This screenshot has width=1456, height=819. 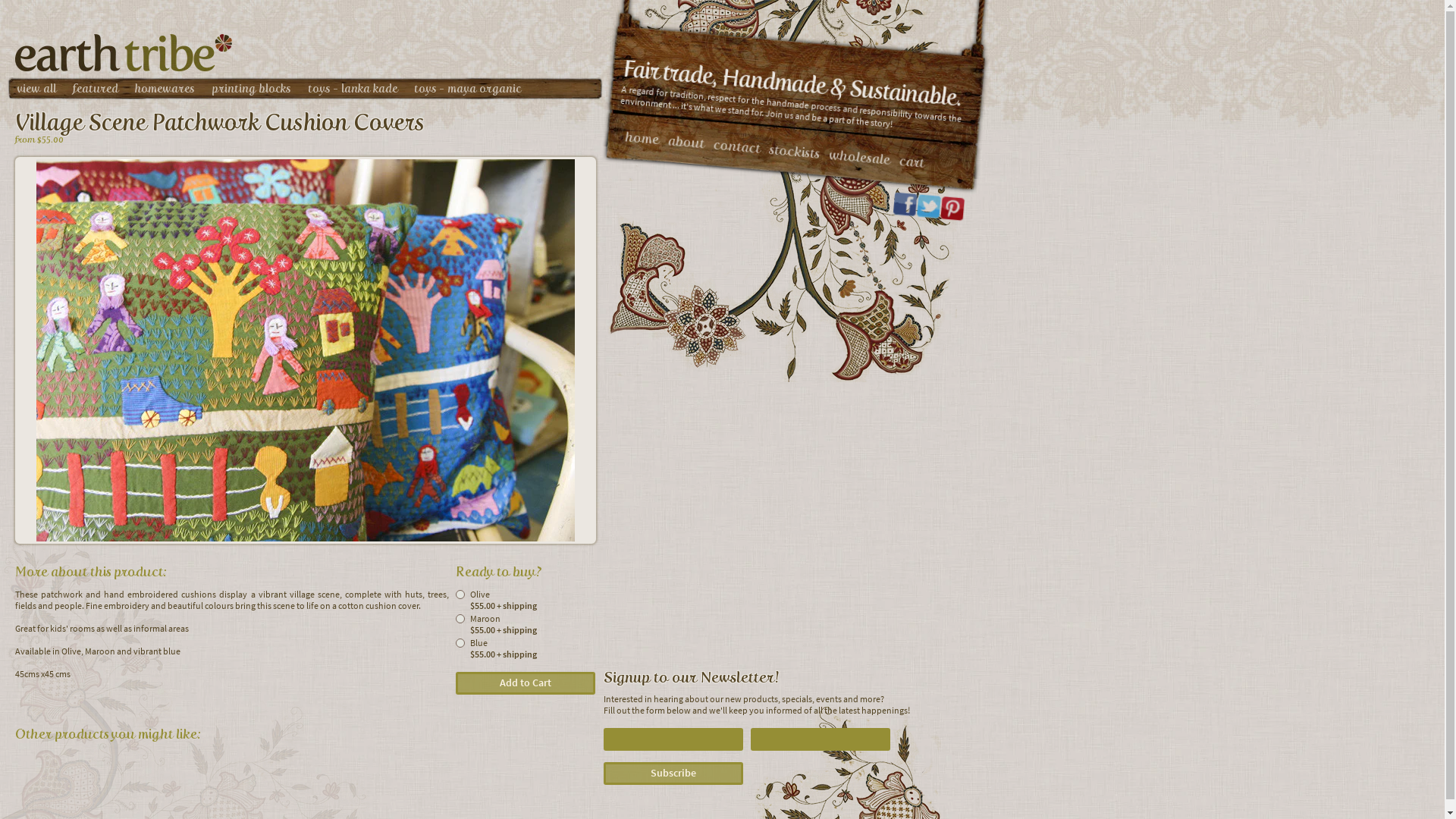 What do you see at coordinates (793, 149) in the screenshot?
I see `'stockists'` at bounding box center [793, 149].